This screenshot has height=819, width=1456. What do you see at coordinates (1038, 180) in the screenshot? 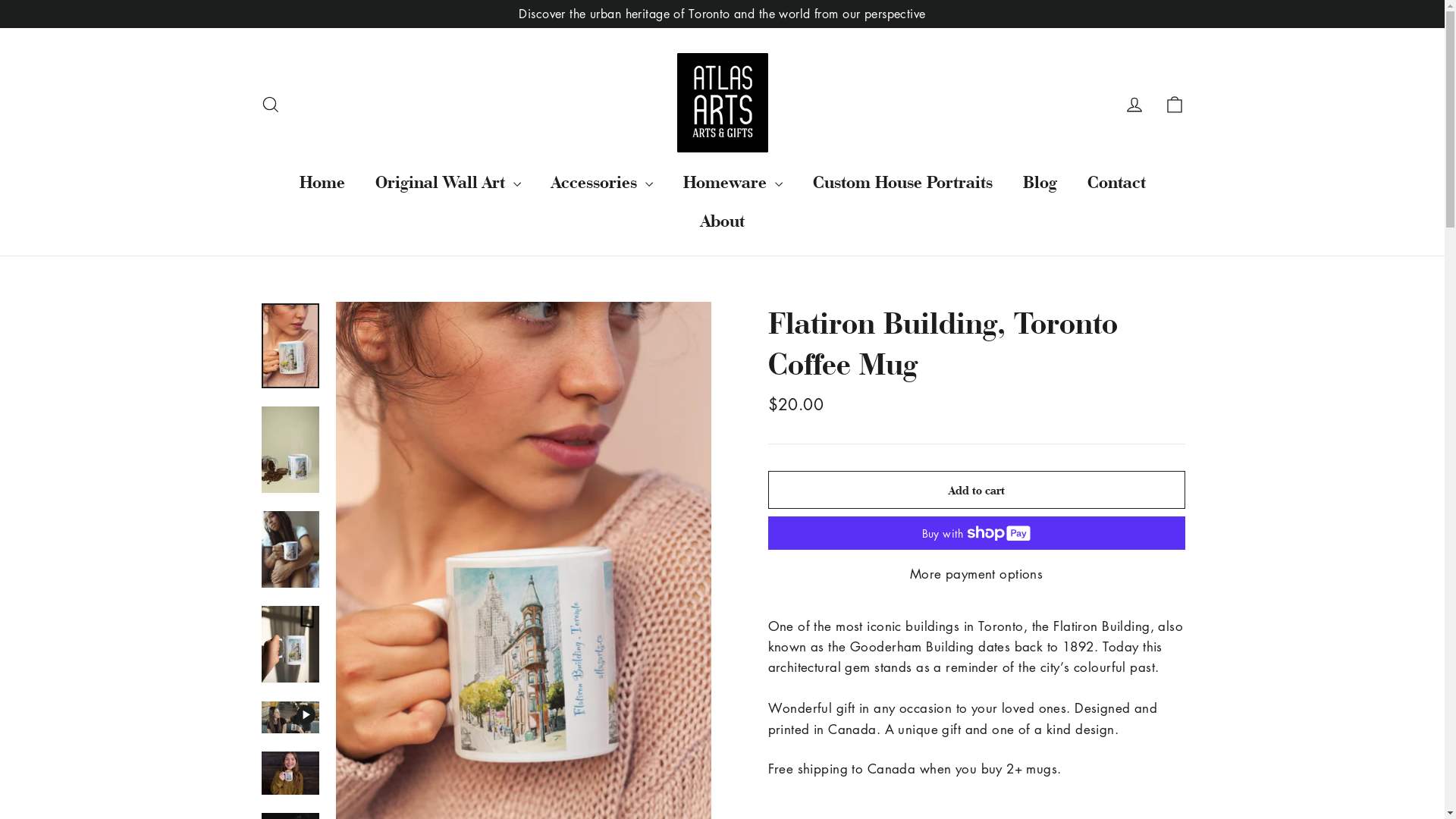
I see `'Blog'` at bounding box center [1038, 180].